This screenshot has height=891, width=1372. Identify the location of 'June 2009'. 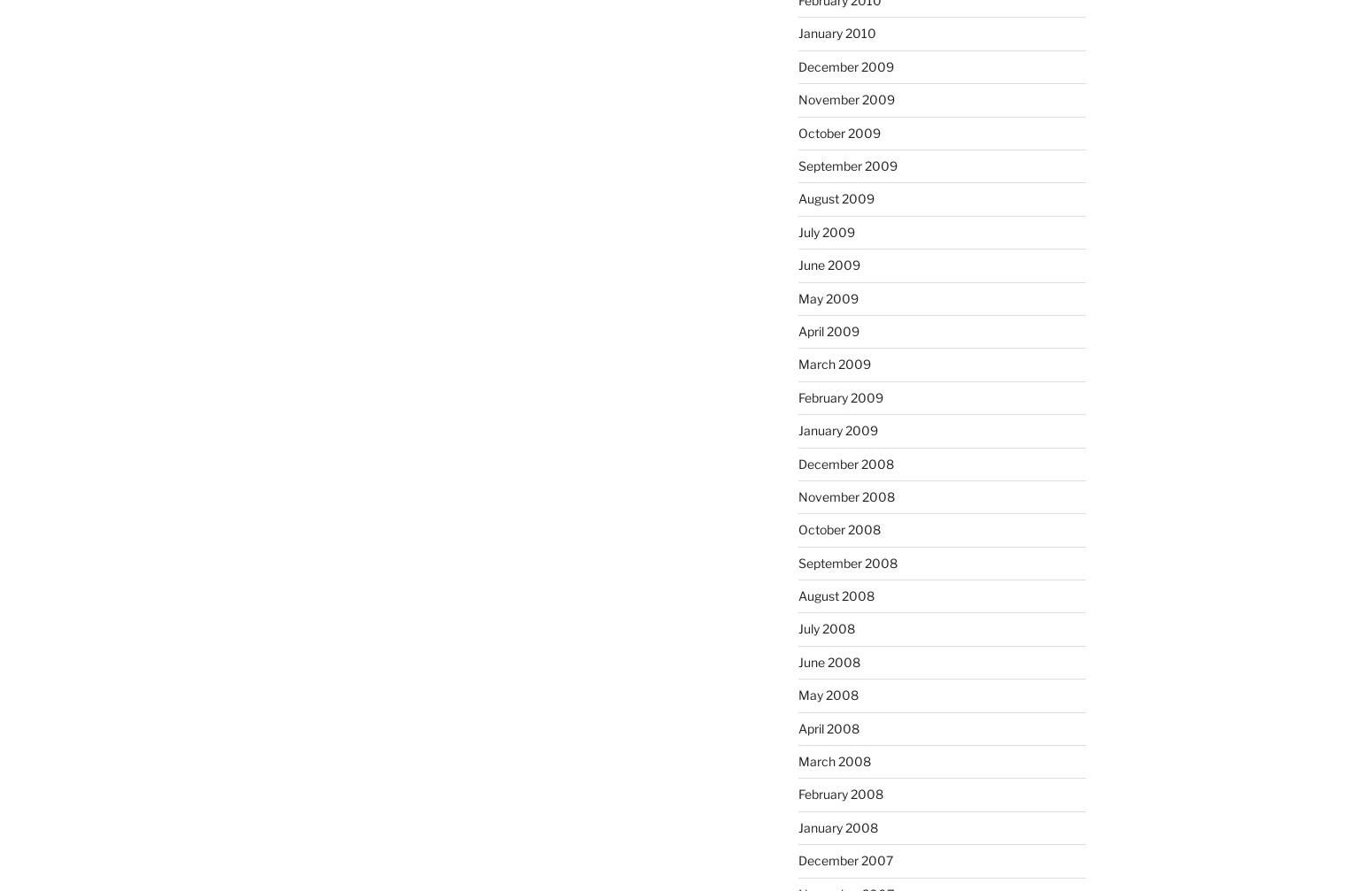
(828, 265).